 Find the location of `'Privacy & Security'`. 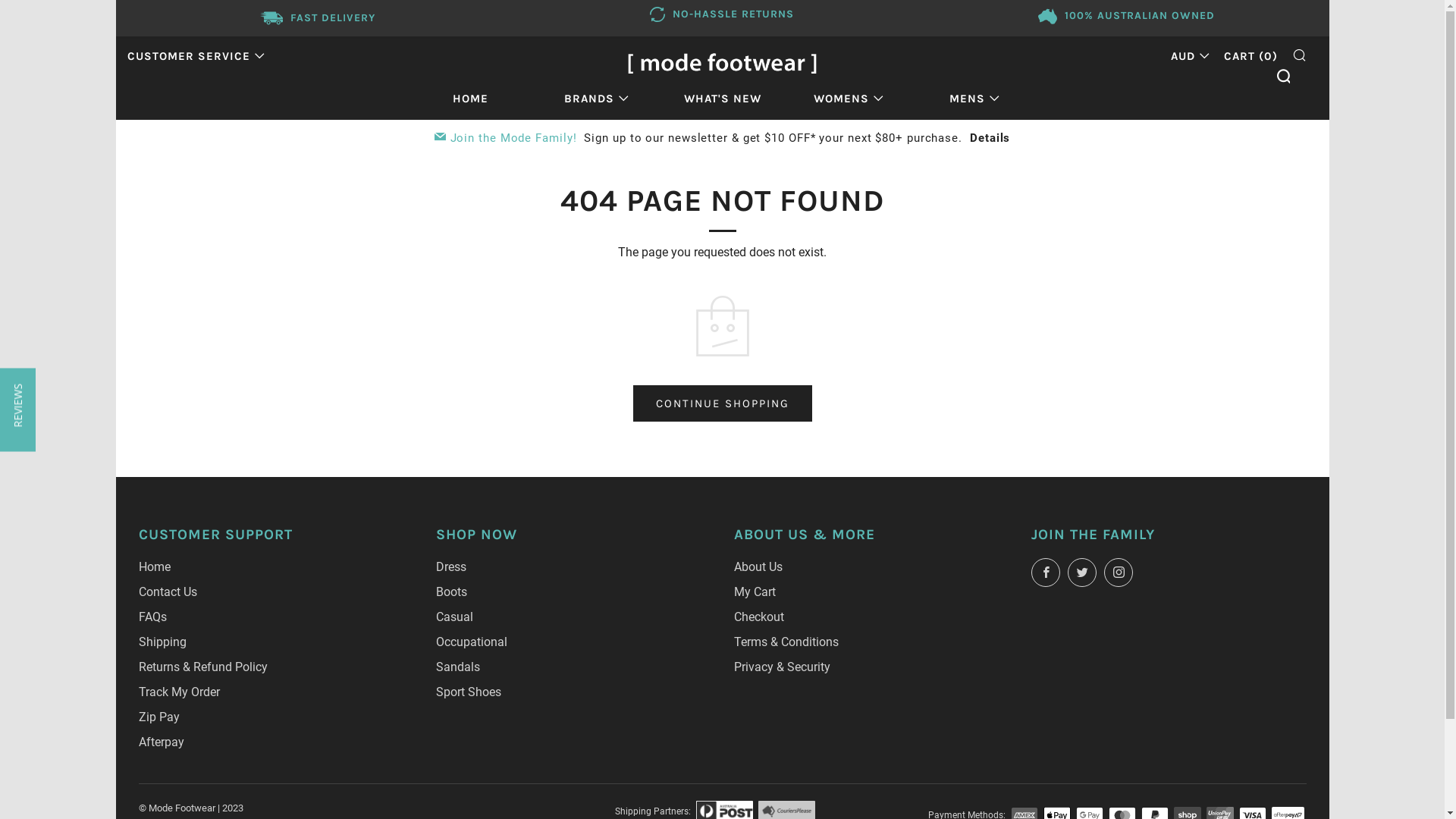

'Privacy & Security' is located at coordinates (782, 666).